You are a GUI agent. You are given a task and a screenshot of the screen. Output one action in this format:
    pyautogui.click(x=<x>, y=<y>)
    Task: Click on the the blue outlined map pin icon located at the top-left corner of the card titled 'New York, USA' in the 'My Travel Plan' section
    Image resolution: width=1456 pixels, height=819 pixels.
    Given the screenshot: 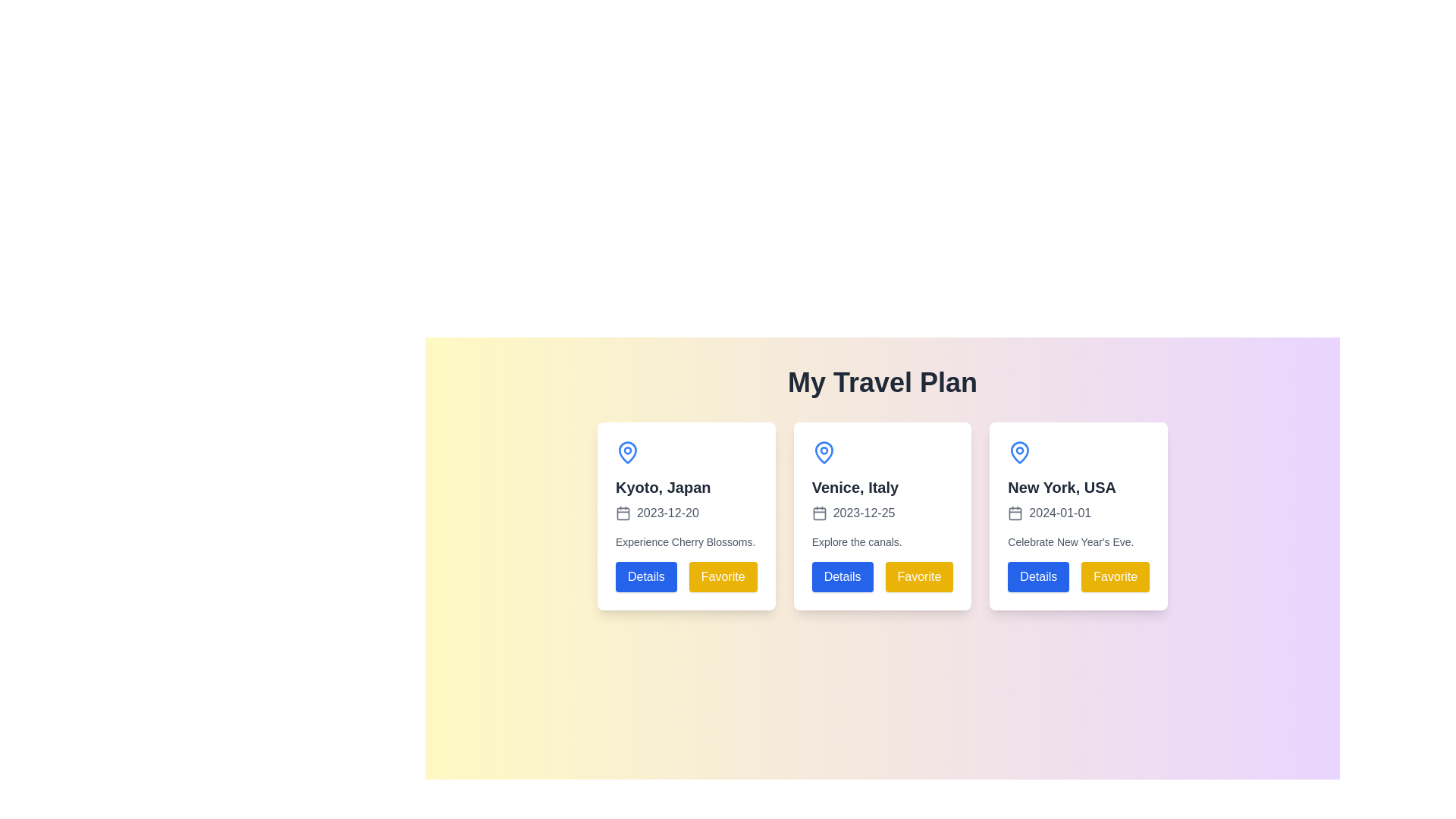 What is the action you would take?
    pyautogui.click(x=1020, y=452)
    